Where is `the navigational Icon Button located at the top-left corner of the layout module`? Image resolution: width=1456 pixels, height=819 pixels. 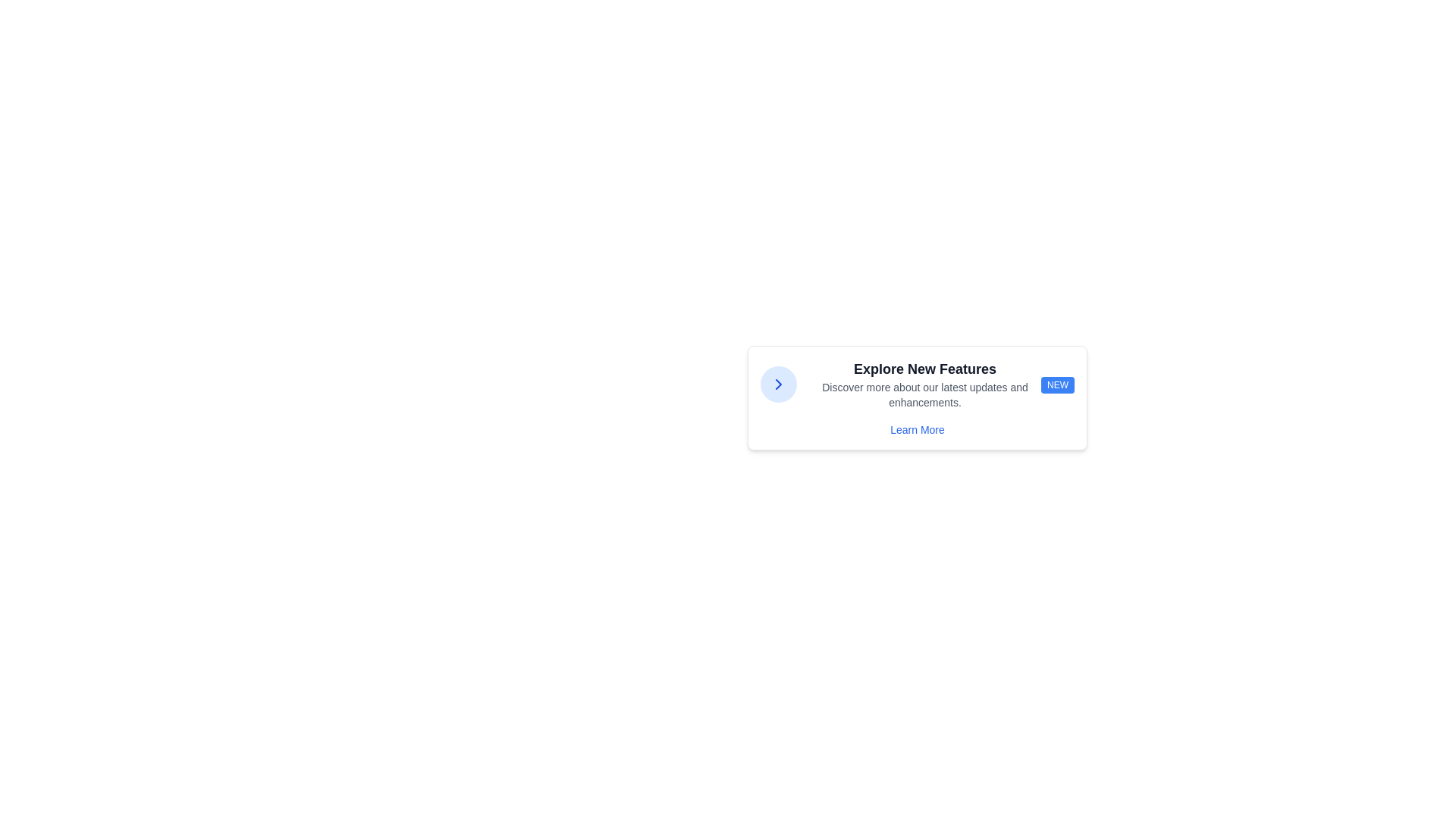 the navigational Icon Button located at the top-left corner of the layout module is located at coordinates (779, 383).